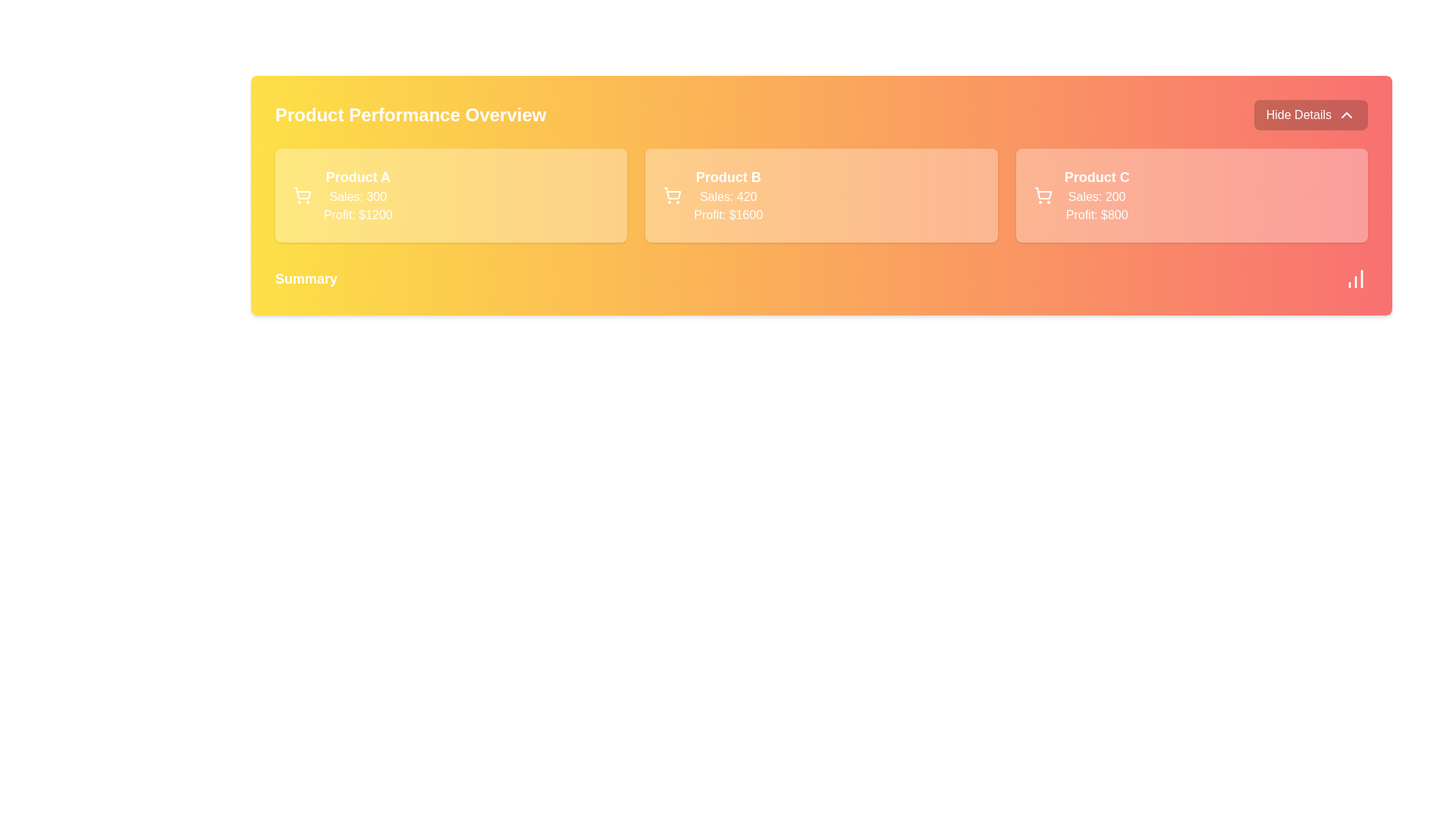 The height and width of the screenshot is (819, 1456). What do you see at coordinates (1191, 195) in the screenshot?
I see `the Card component displaying 'Product C' with sales and profit details, located in the top-right corner of the grid in the 'Product Performance Overview' section` at bounding box center [1191, 195].